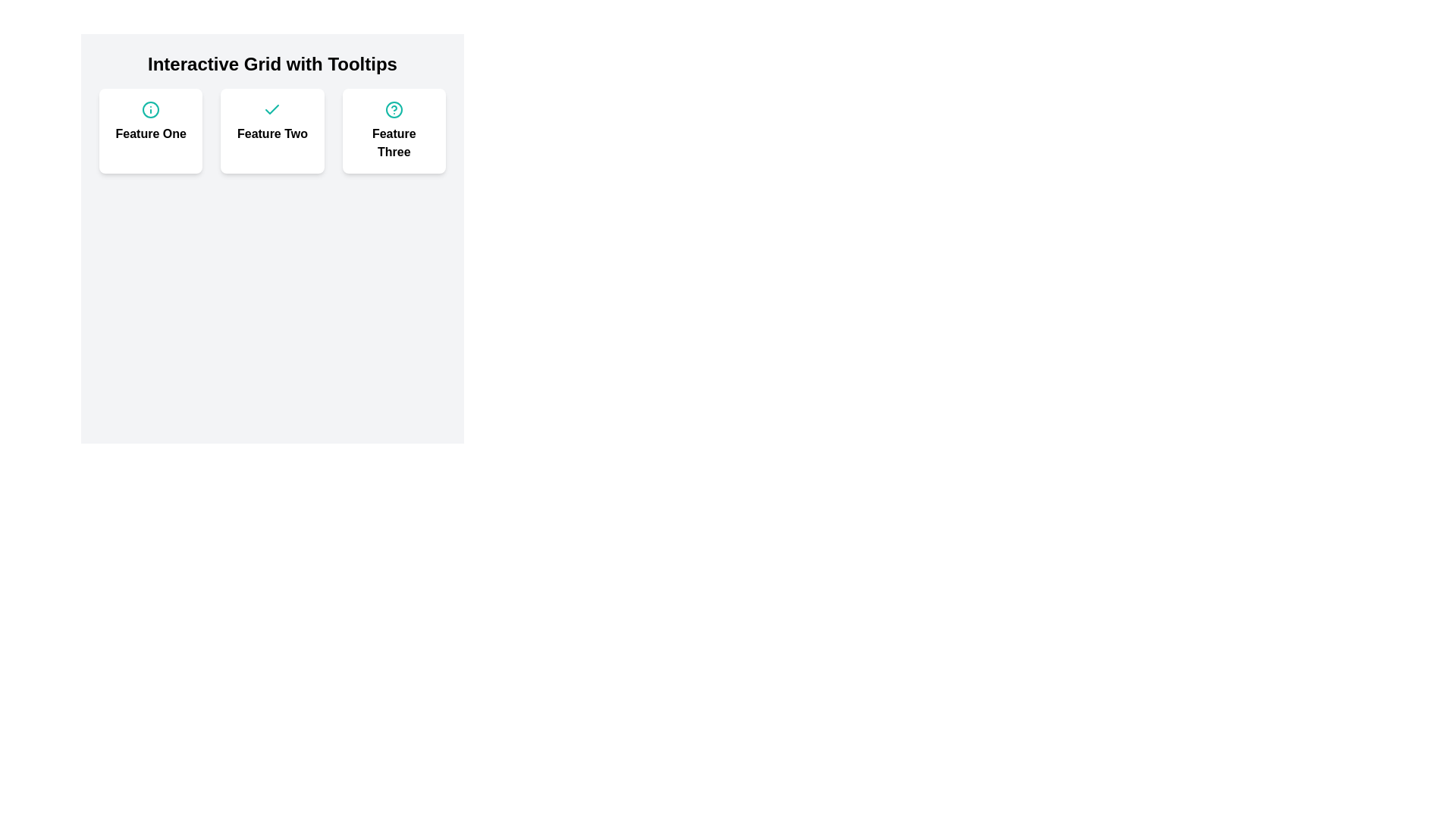  What do you see at coordinates (394, 130) in the screenshot?
I see `the third card in the grid layout that provides information about 'Feature Three'` at bounding box center [394, 130].